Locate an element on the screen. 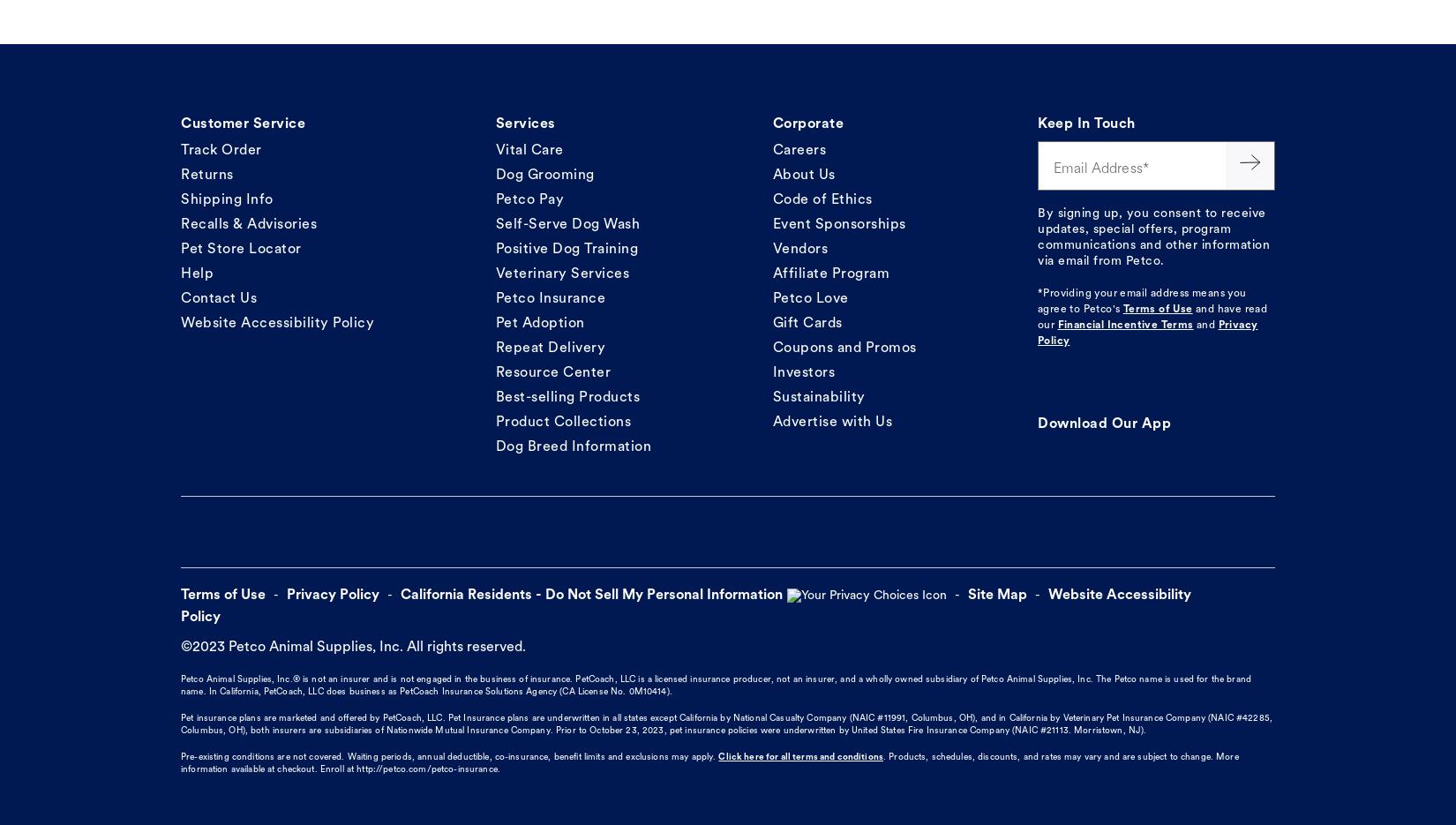 The image size is (1456, 825). 'Shipping Info' is located at coordinates (227, 199).